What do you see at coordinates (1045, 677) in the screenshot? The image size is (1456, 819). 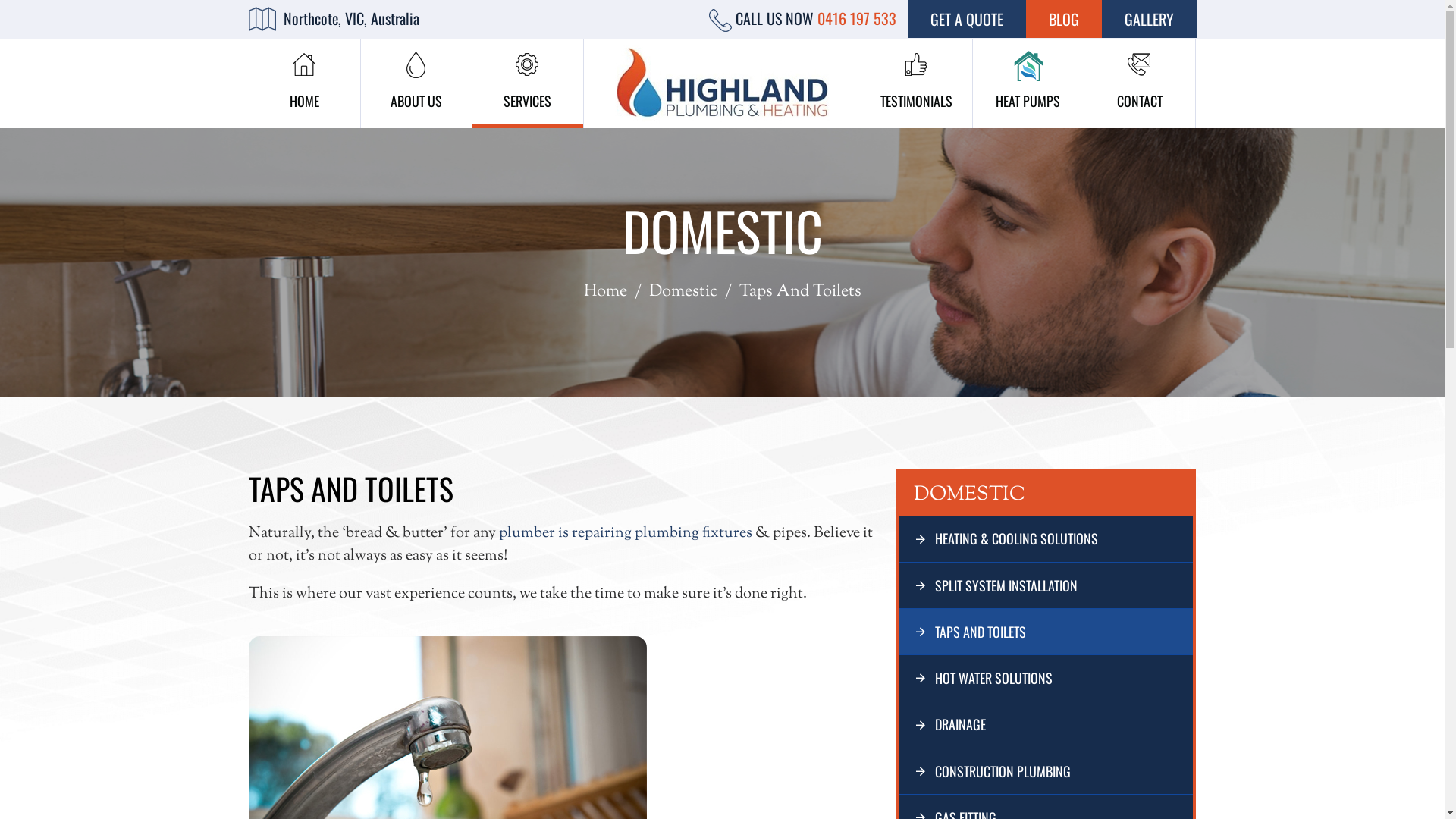 I see `'HOT WATER SOLUTIONS'` at bounding box center [1045, 677].